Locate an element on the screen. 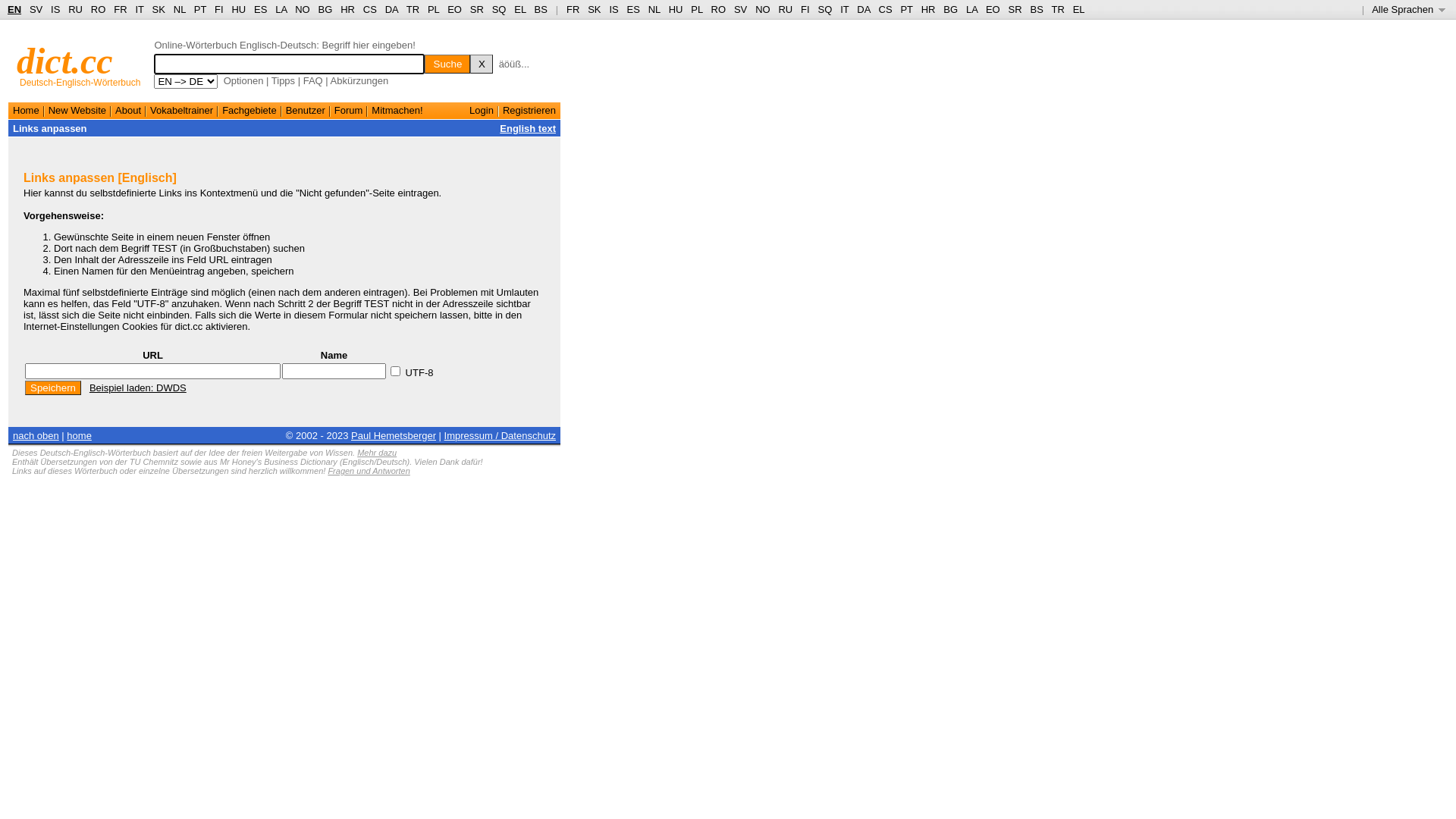  'IS' is located at coordinates (55, 9).